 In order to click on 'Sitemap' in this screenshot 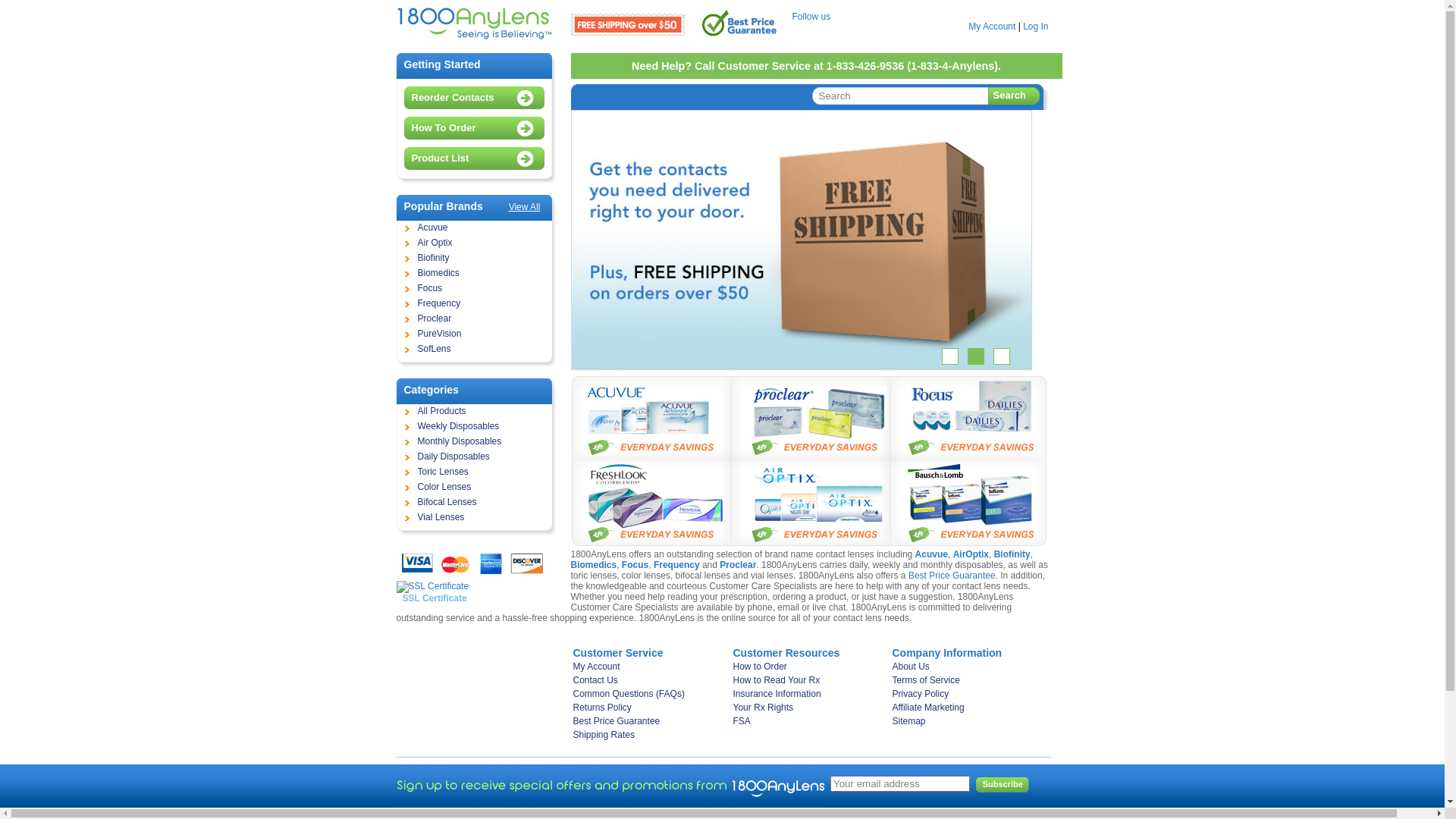, I will do `click(965, 720)`.